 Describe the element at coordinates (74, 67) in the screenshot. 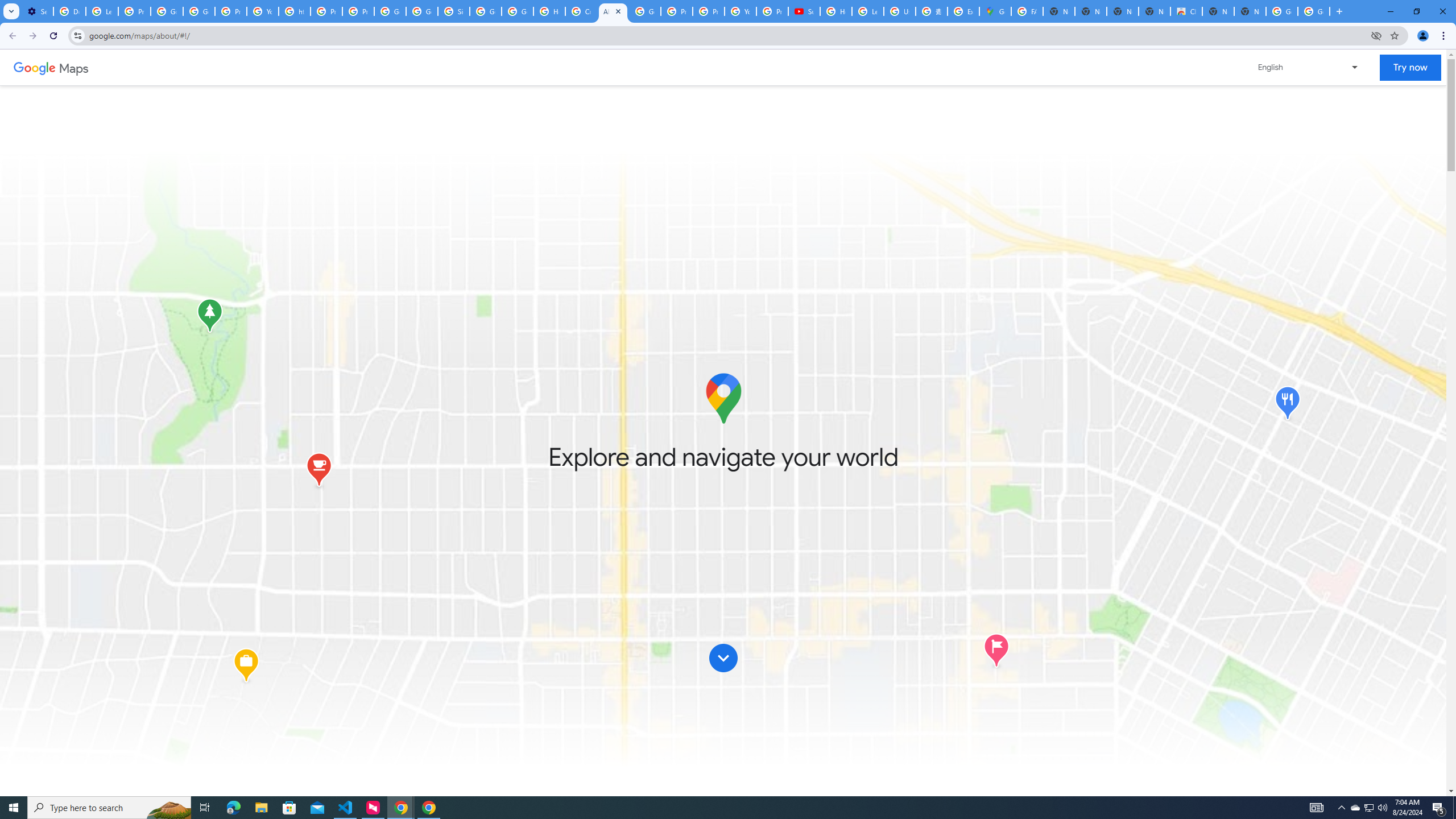

I see `'Maps'` at that location.